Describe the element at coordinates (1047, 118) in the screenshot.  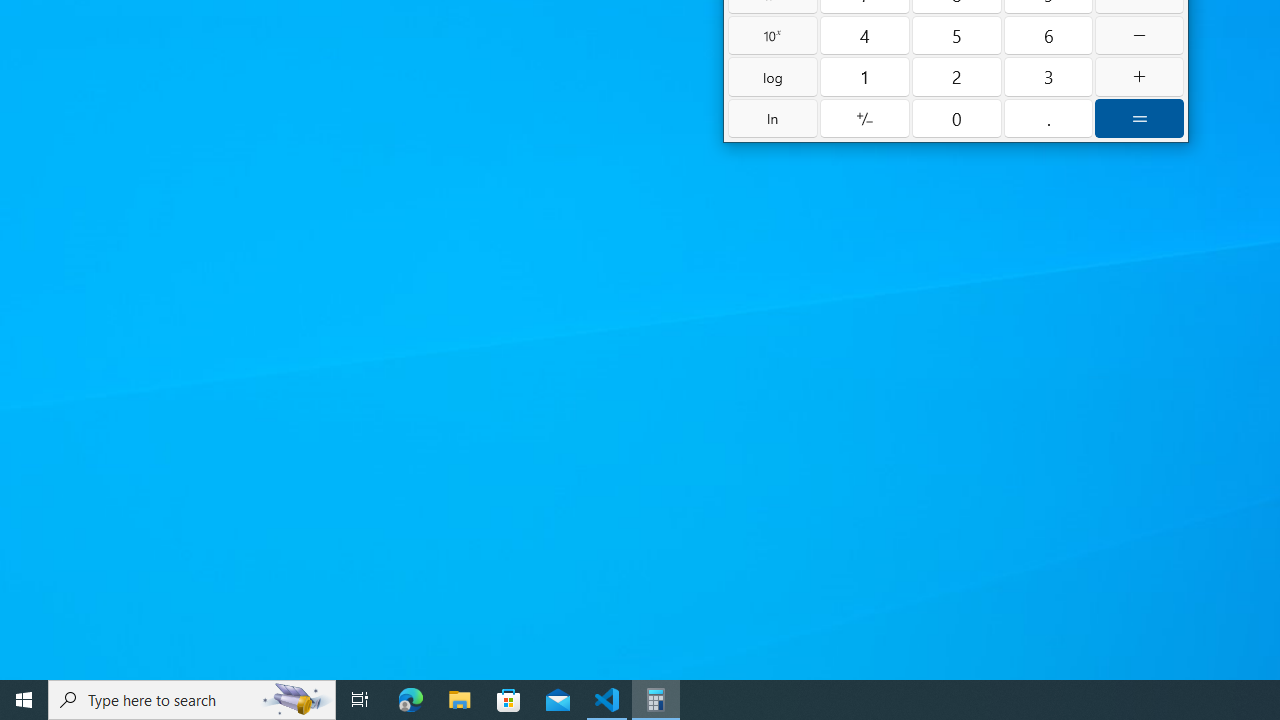
I see `'Decimal separator'` at that location.